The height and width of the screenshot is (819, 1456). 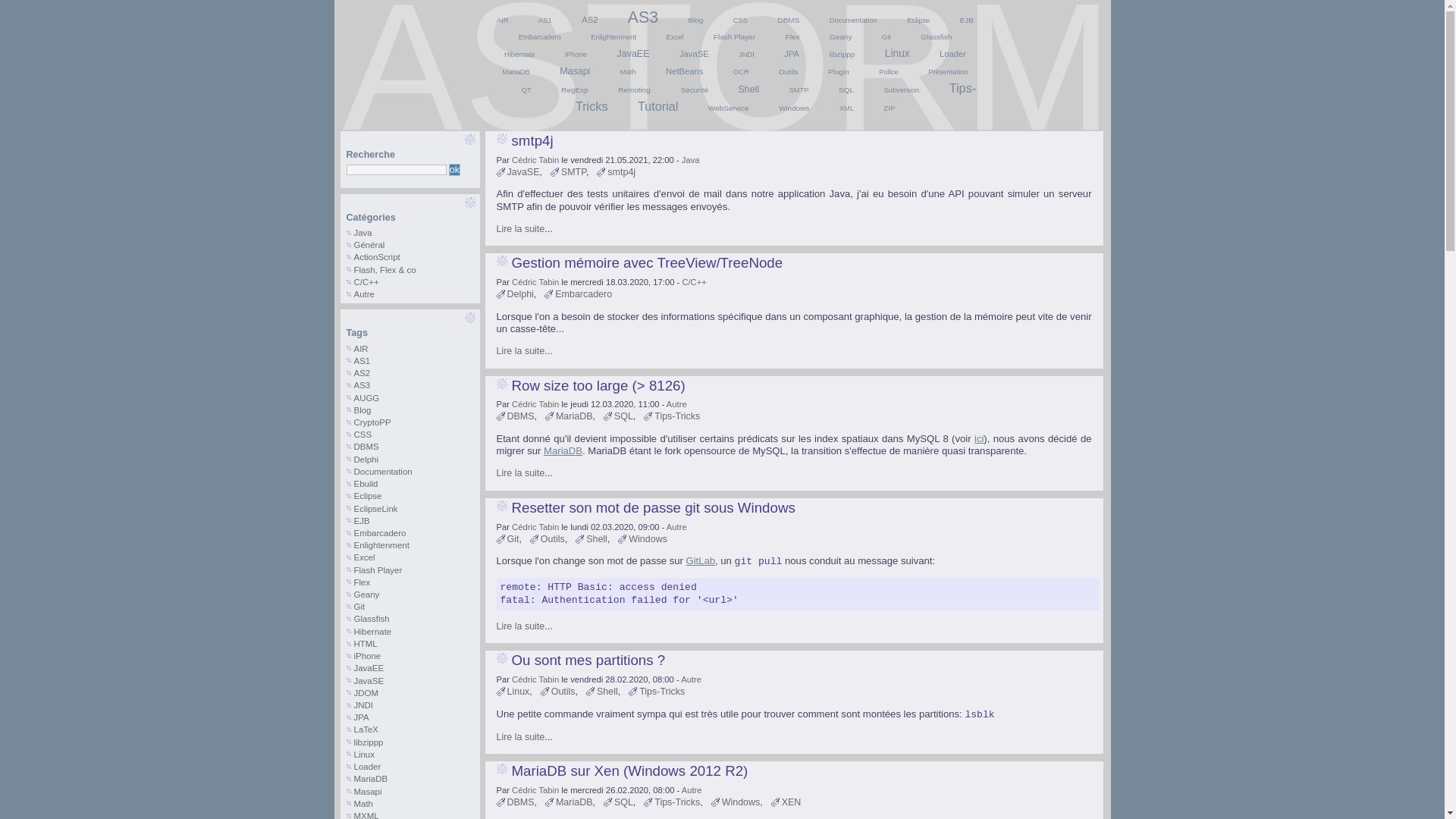 What do you see at coordinates (829, 20) in the screenshot?
I see `'Documentation'` at bounding box center [829, 20].